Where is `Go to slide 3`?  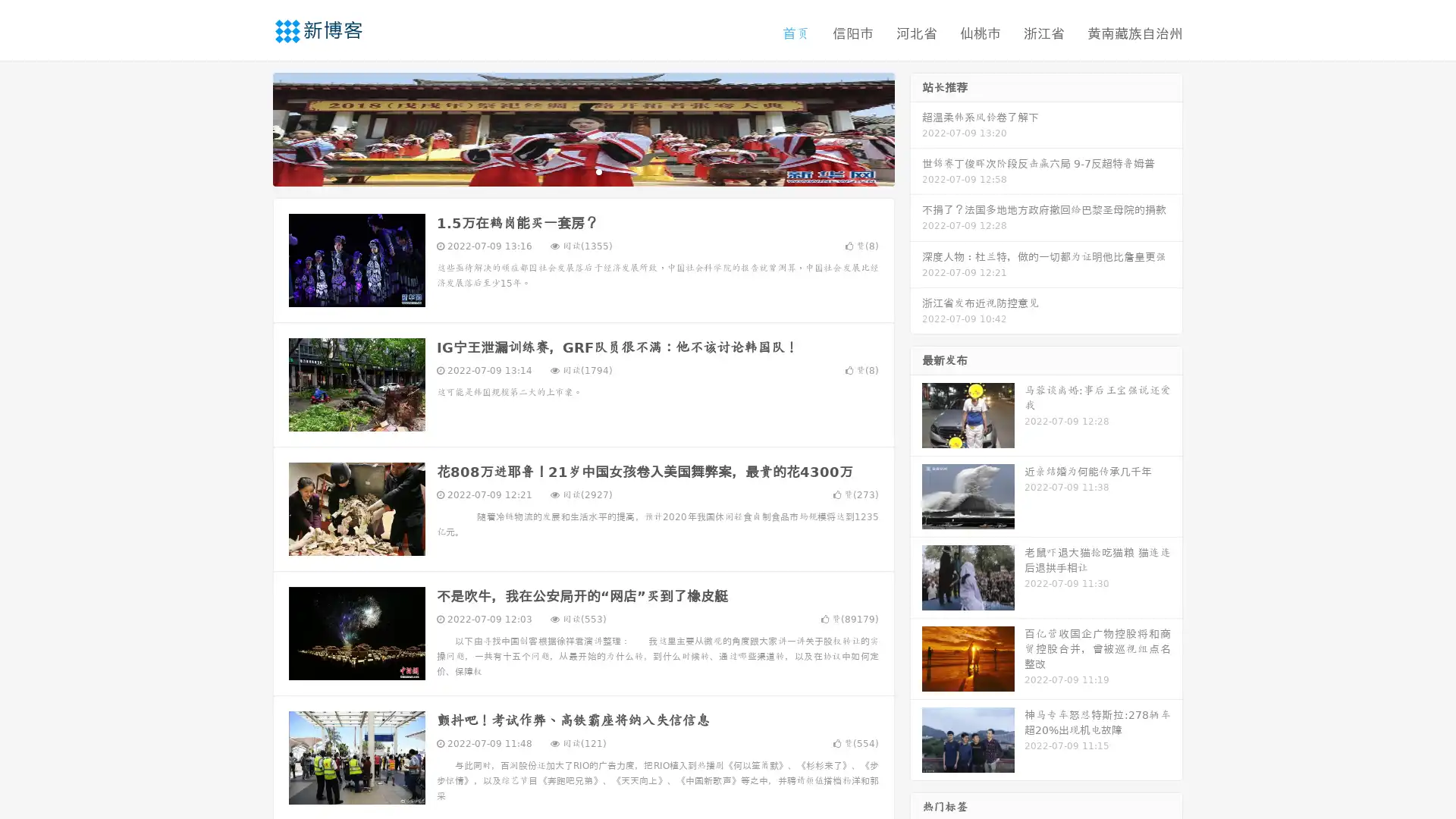
Go to slide 3 is located at coordinates (598, 171).